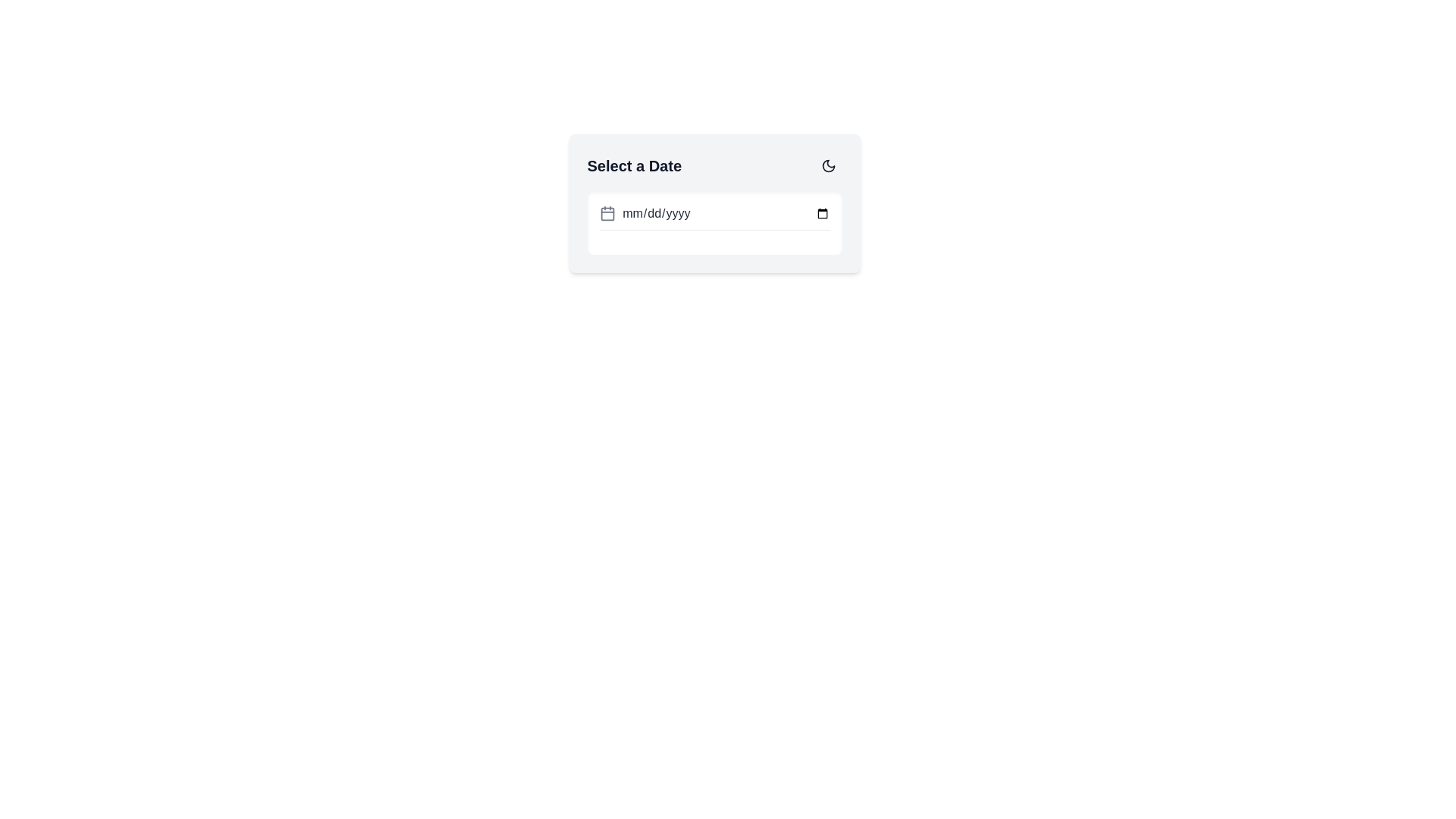  Describe the element at coordinates (607, 213) in the screenshot. I see `the calendar function button located in the 'Select a Date' section` at that location.